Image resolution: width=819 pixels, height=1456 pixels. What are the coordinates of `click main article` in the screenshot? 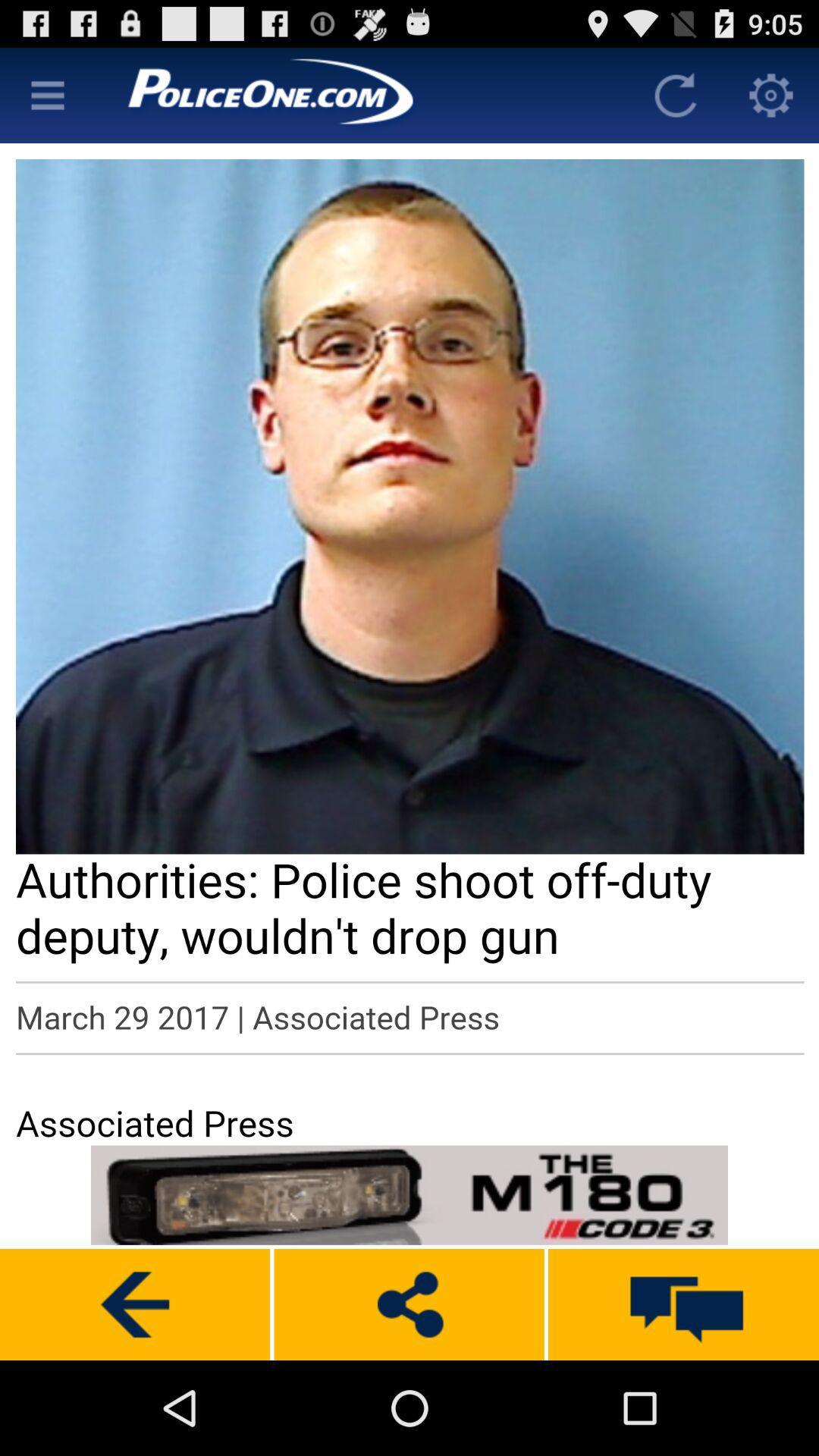 It's located at (409, 642).